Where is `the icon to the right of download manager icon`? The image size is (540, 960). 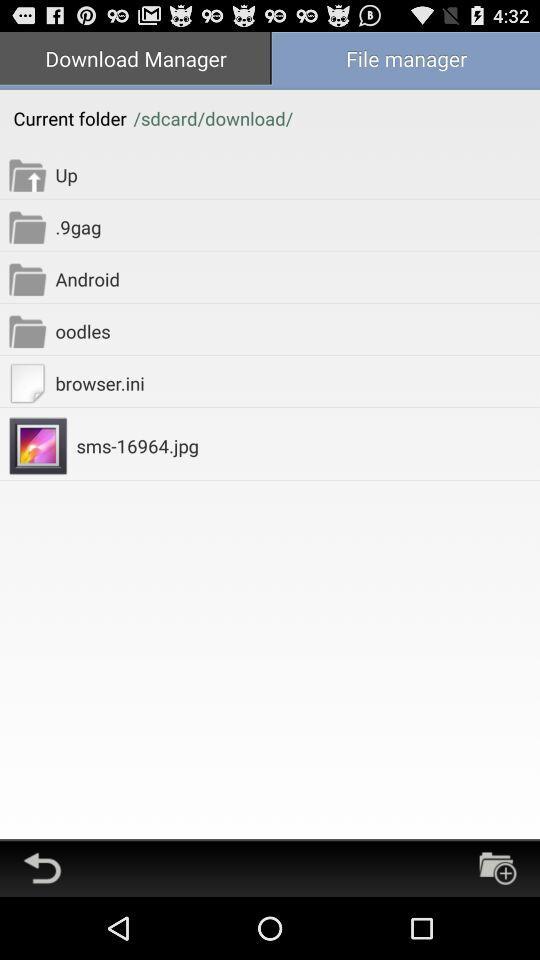
the icon to the right of download manager icon is located at coordinates (405, 59).